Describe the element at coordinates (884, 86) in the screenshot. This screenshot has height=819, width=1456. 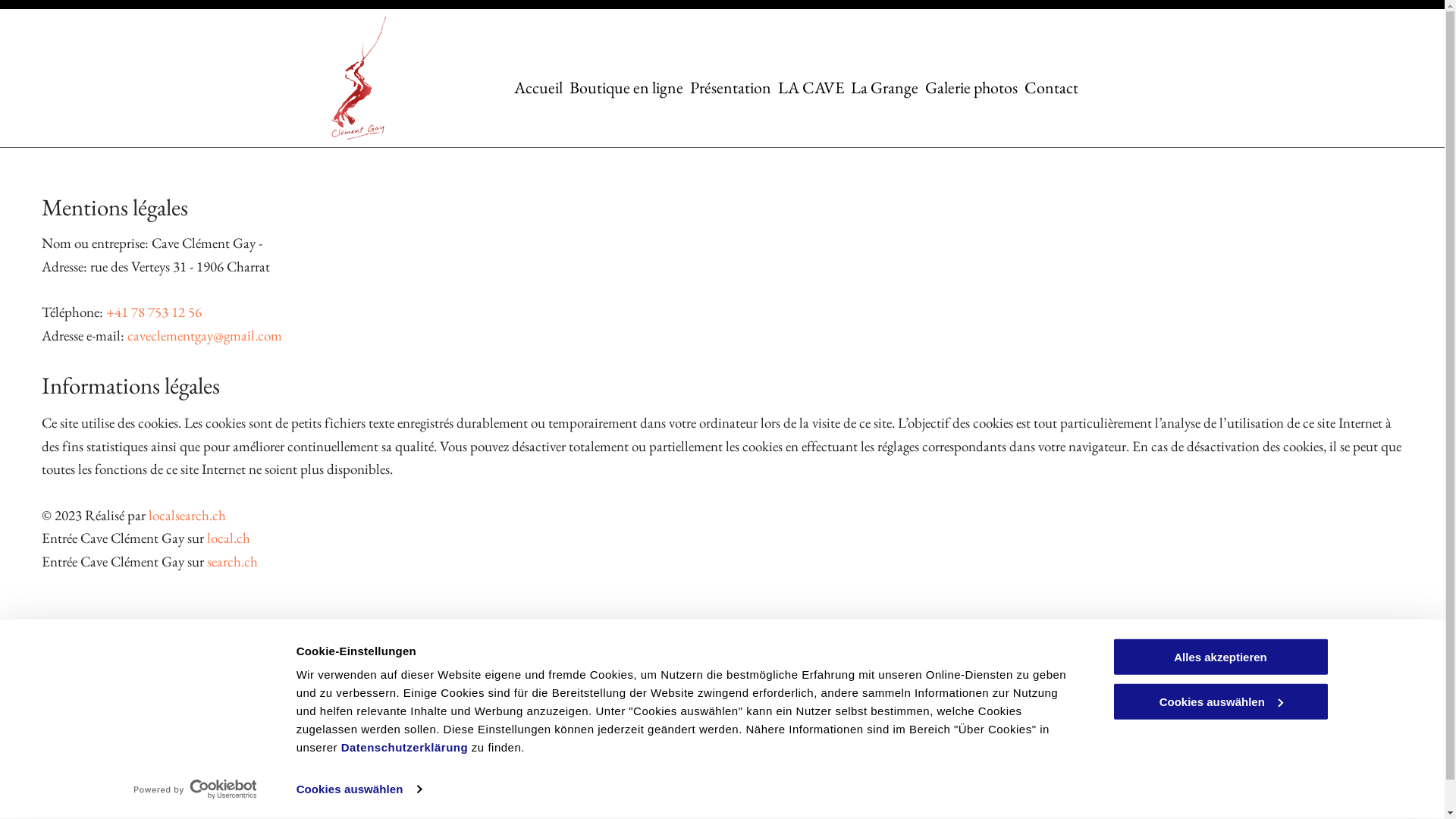
I see `'La Grange'` at that location.